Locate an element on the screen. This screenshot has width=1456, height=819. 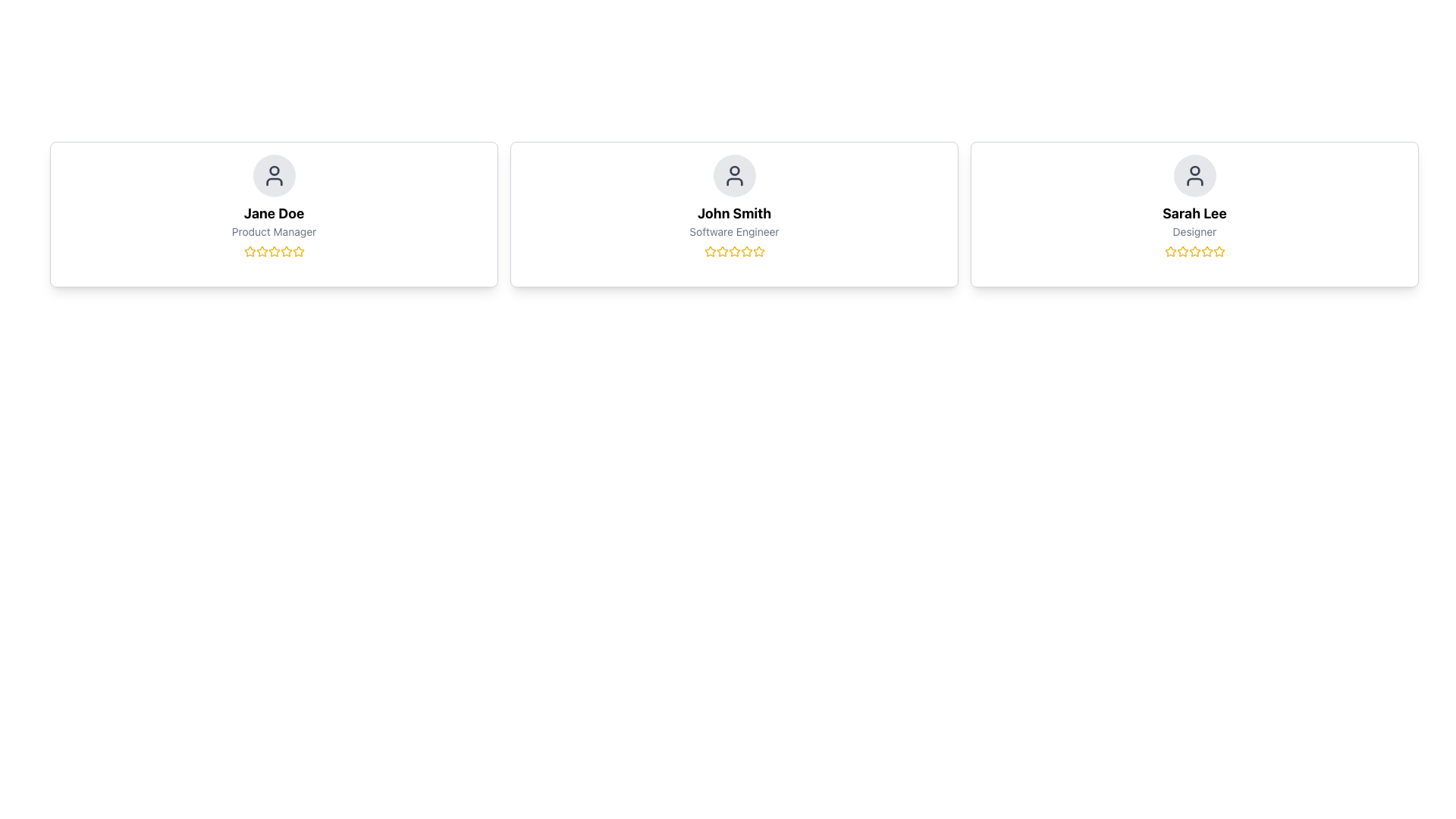
the third star icon in the rating system within the 'John Smith' profile card is located at coordinates (758, 250).